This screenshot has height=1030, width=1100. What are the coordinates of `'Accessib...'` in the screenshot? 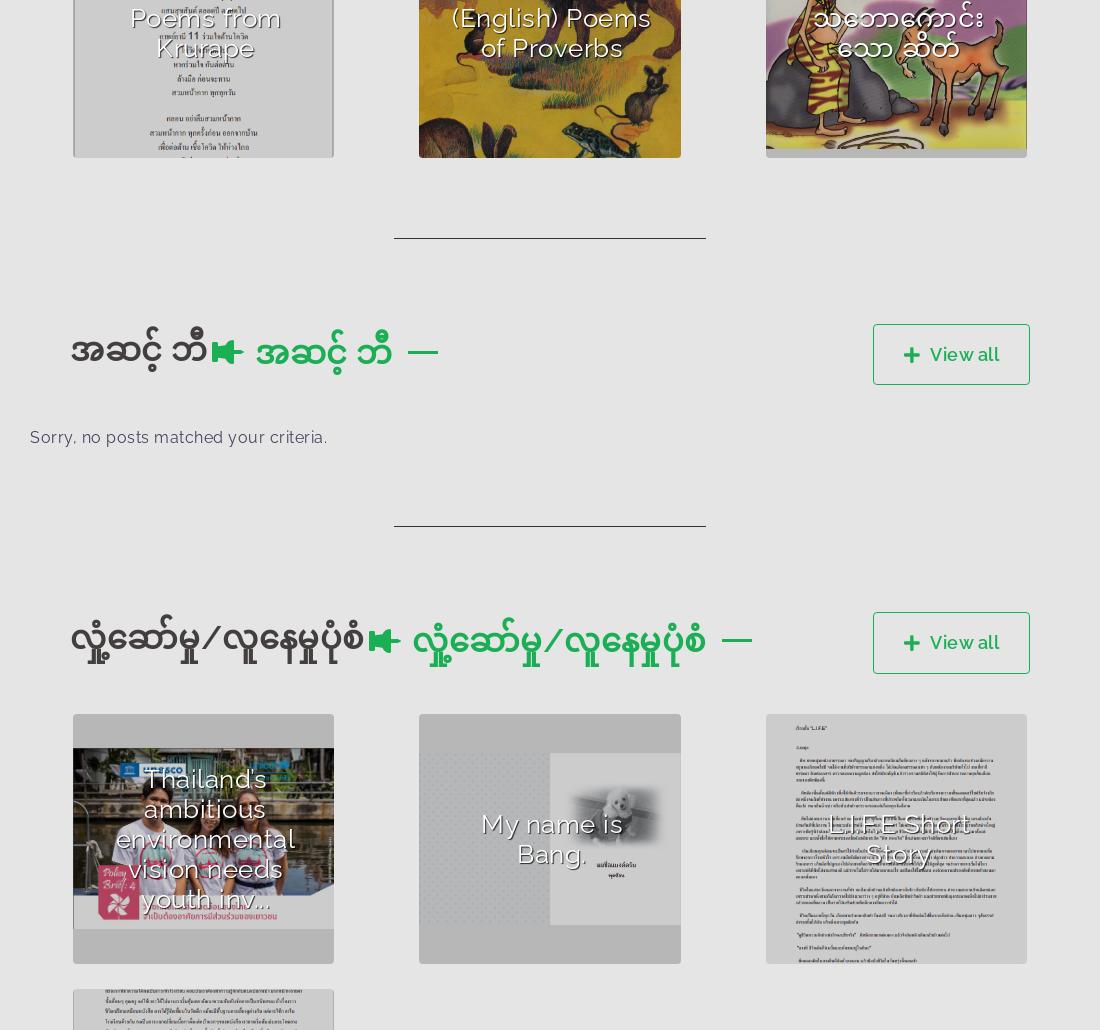 It's located at (446, 899).